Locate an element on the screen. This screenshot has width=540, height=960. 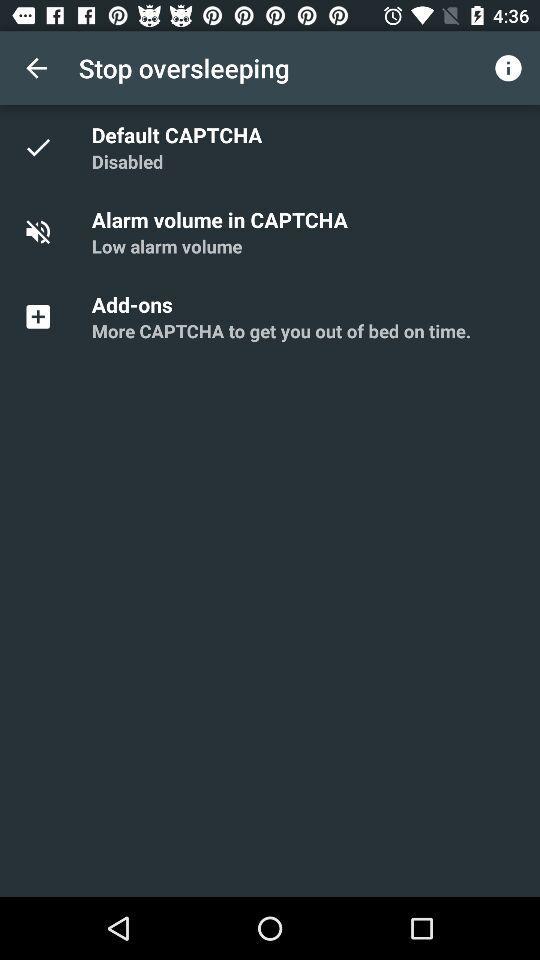
the icon at the top right corner is located at coordinates (508, 68).